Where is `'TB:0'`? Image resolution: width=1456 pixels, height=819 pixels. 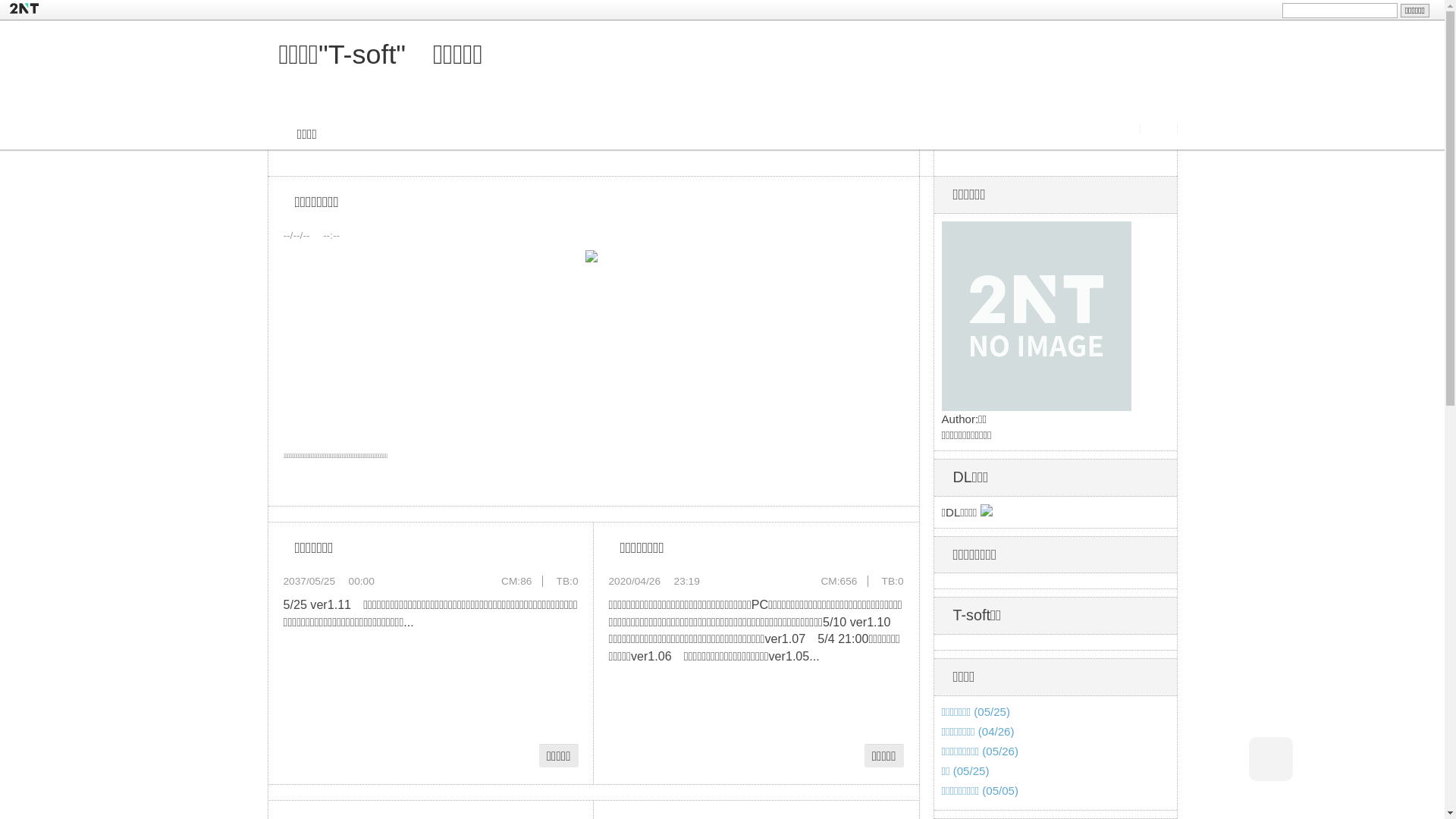
'TB:0' is located at coordinates (566, 580).